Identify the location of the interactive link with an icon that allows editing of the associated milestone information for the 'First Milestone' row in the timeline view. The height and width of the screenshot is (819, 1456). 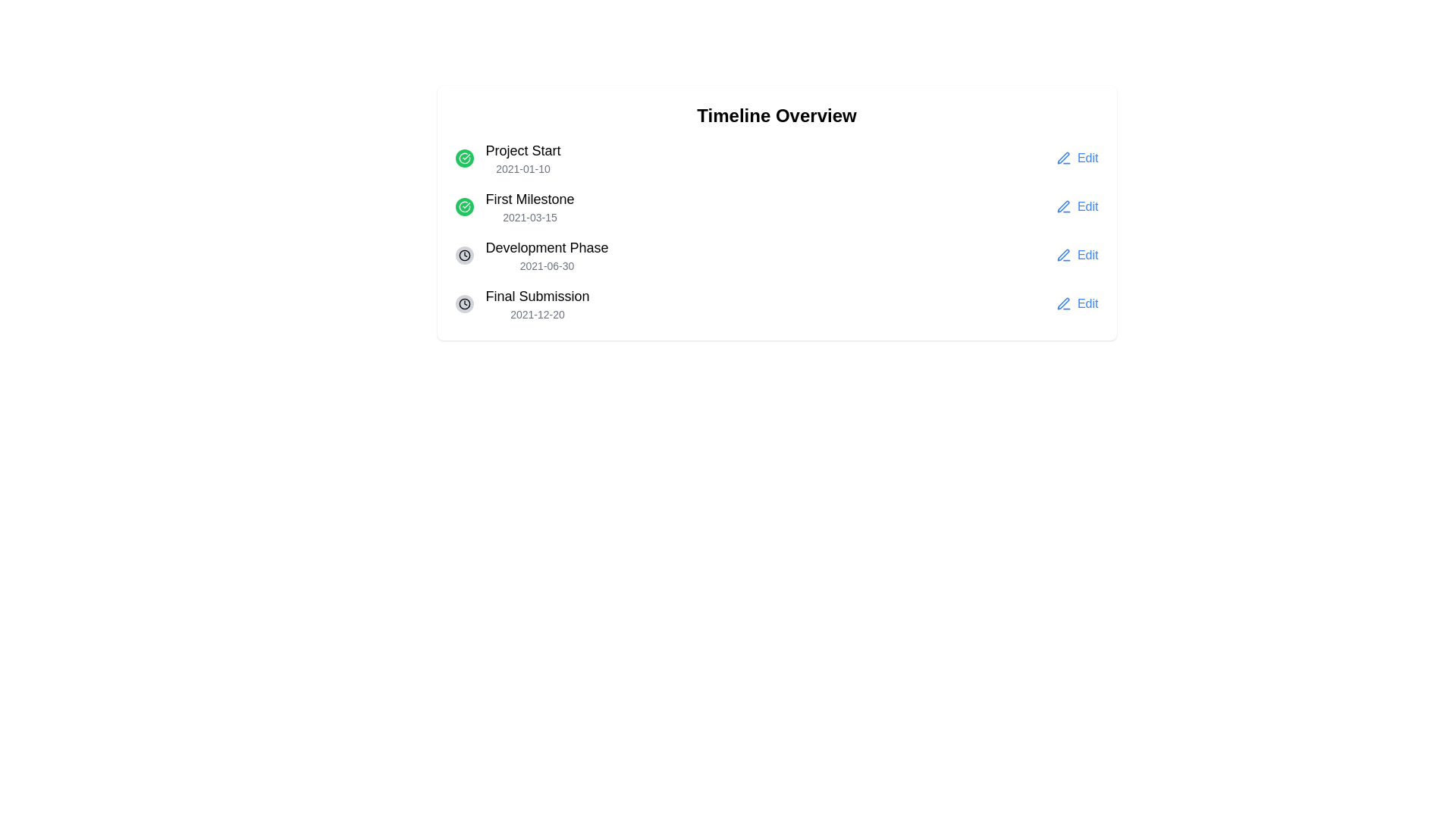
(1076, 207).